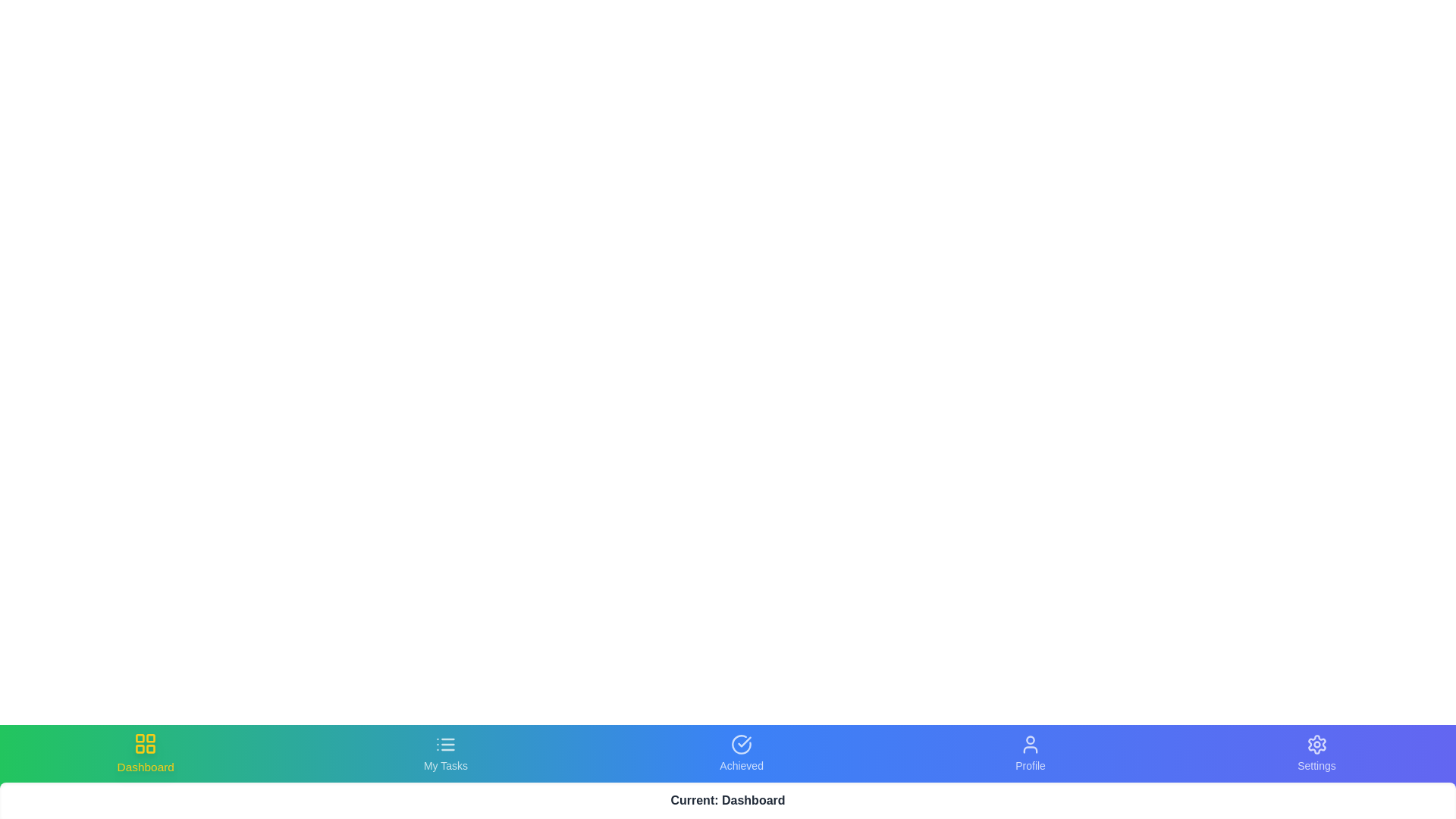 Image resolution: width=1456 pixels, height=819 pixels. What do you see at coordinates (1030, 754) in the screenshot?
I see `the Profile tab in the bottom navigation bar to switch views` at bounding box center [1030, 754].